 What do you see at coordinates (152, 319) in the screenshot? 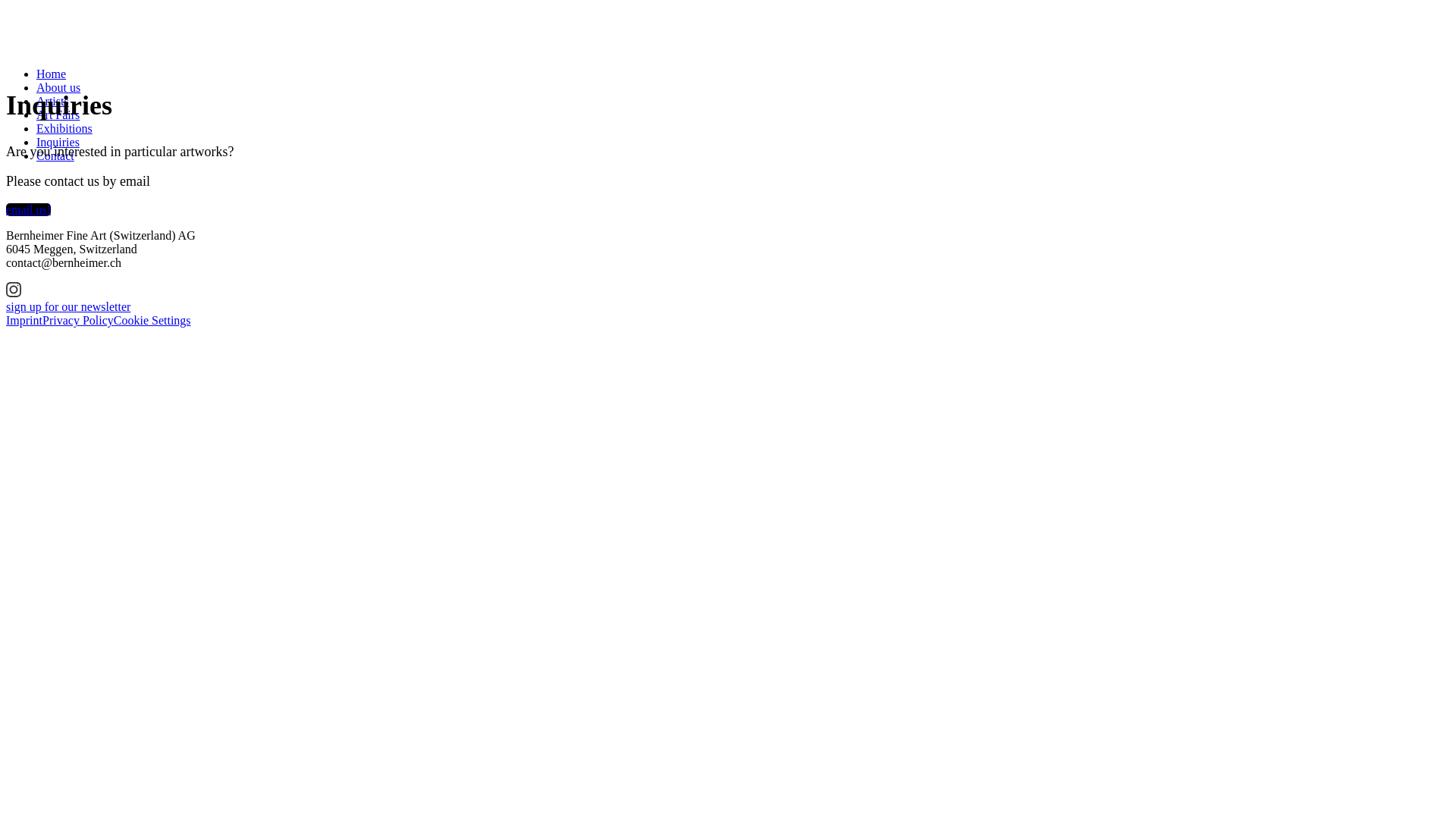
I see `'Cookie Settings'` at bounding box center [152, 319].